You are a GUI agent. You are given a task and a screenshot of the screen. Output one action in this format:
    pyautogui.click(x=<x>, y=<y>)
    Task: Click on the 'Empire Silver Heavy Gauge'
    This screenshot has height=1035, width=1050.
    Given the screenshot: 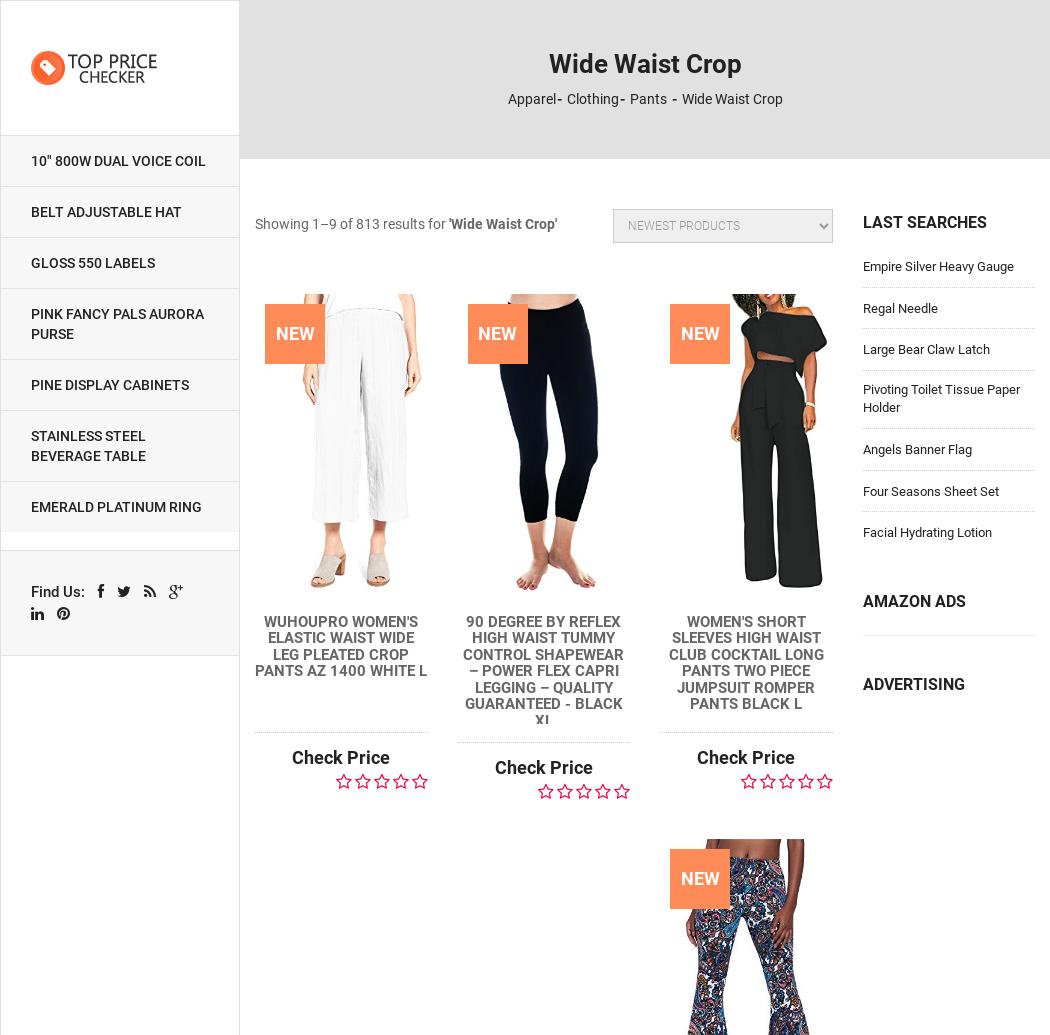 What is the action you would take?
    pyautogui.click(x=862, y=266)
    